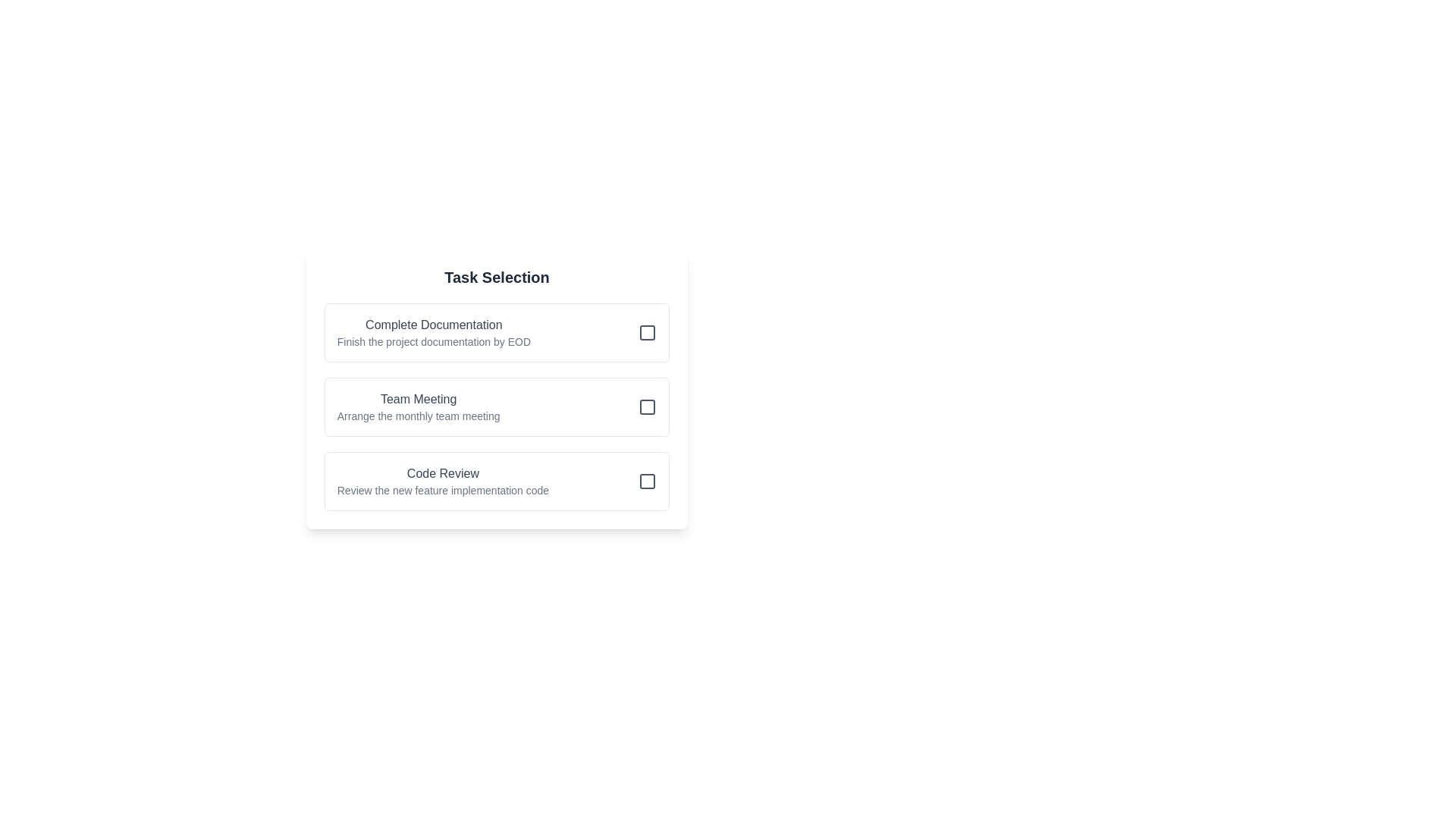  What do you see at coordinates (648, 332) in the screenshot?
I see `the checkbox-like toggle button located on the far-right side of the 'Complete Documentation' row` at bounding box center [648, 332].